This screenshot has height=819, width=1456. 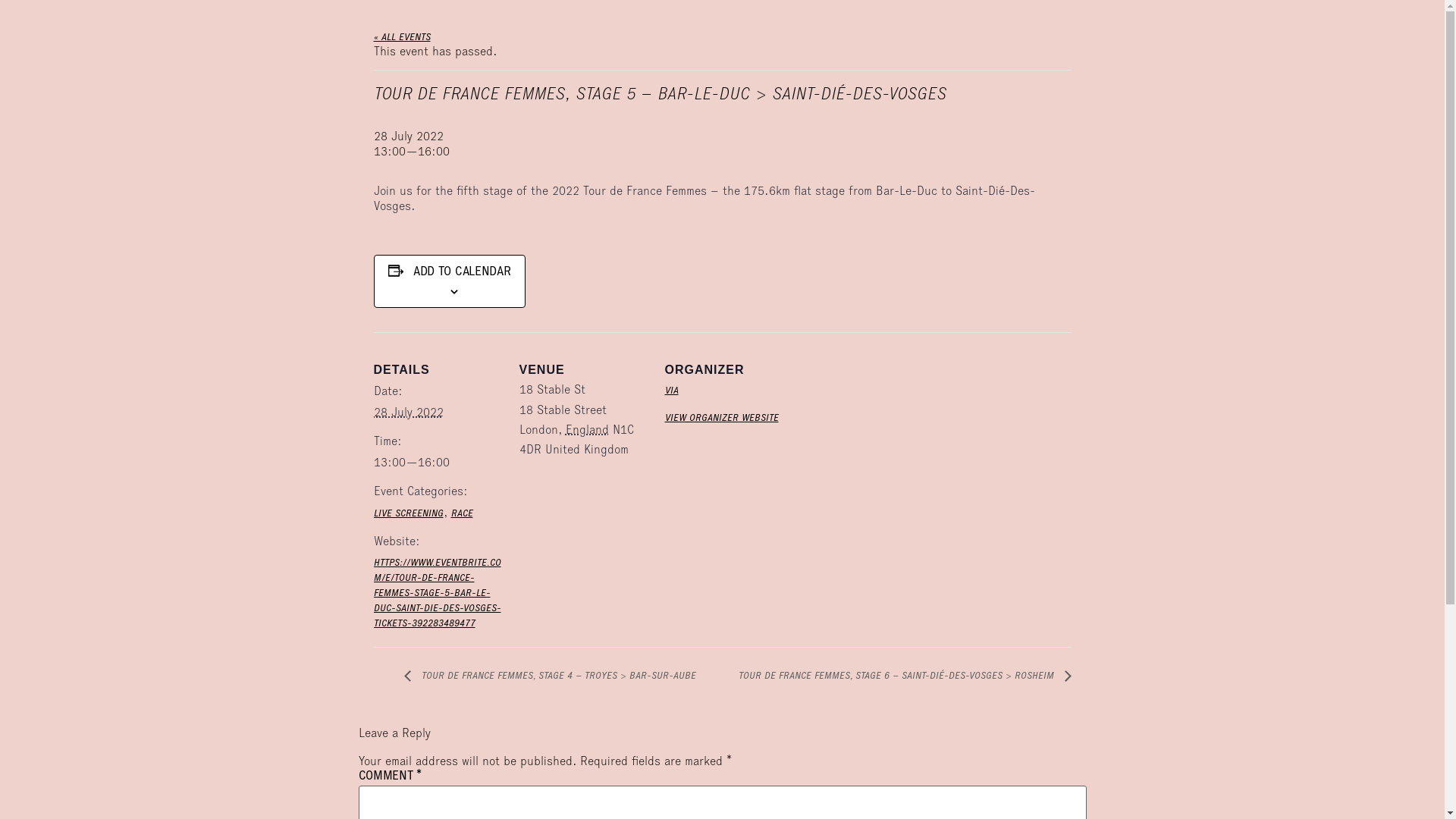 What do you see at coordinates (461, 273) in the screenshot?
I see `'ADD TO CALENDAR'` at bounding box center [461, 273].